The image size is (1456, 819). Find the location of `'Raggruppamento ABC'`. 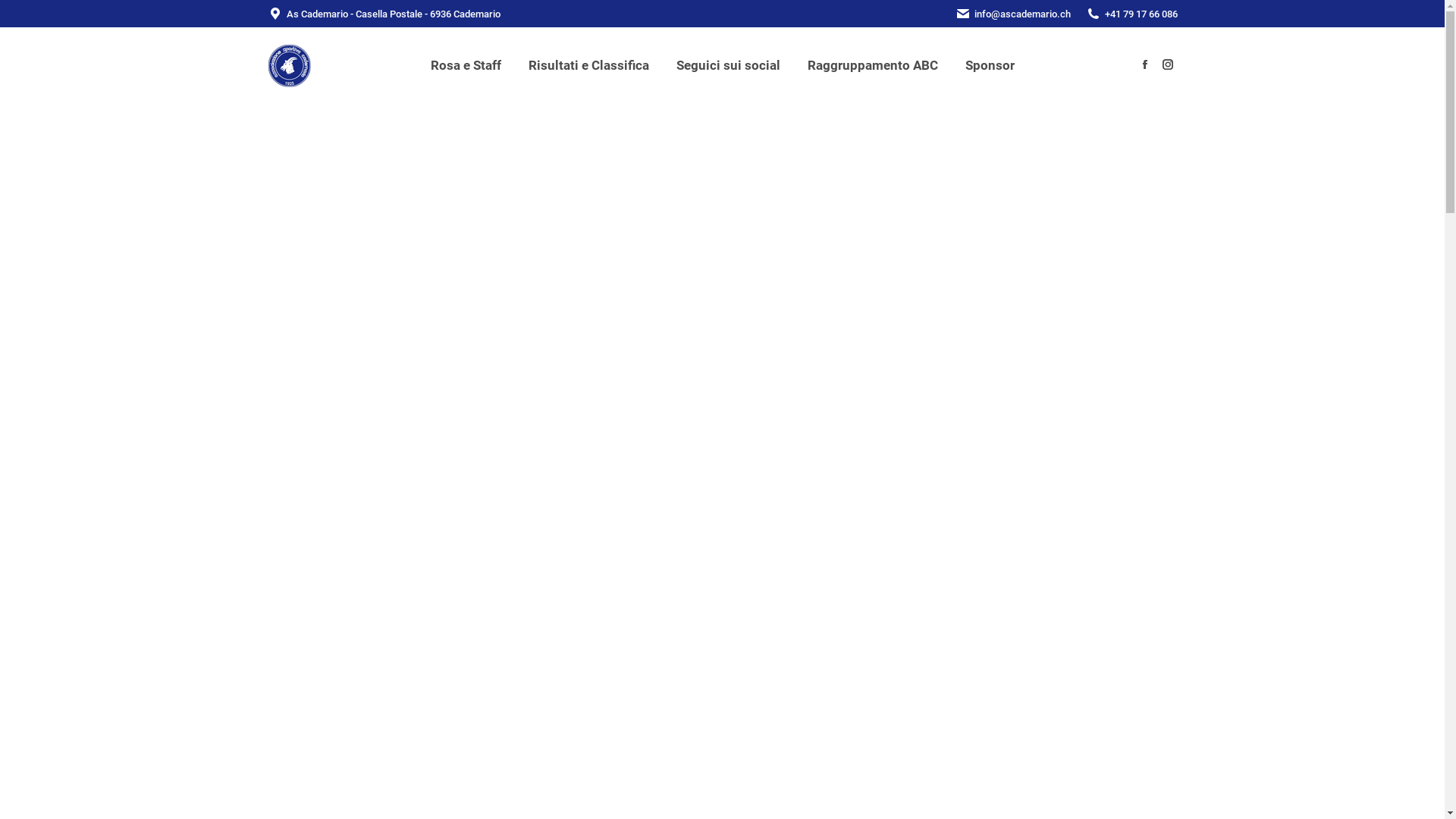

'Raggruppamento ABC' is located at coordinates (873, 64).